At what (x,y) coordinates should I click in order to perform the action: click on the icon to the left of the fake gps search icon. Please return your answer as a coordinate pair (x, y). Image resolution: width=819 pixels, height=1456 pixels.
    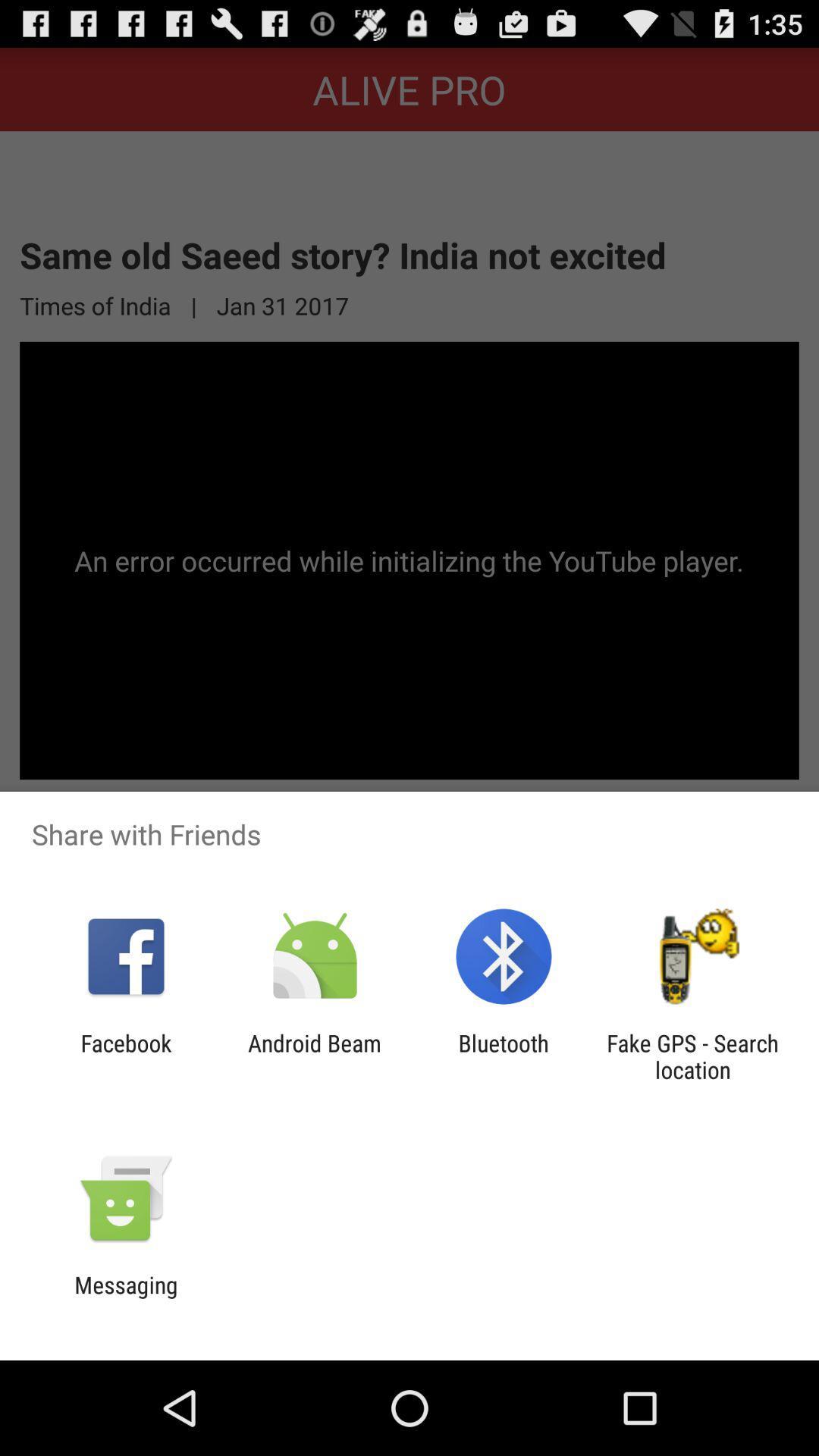
    Looking at the image, I should click on (504, 1056).